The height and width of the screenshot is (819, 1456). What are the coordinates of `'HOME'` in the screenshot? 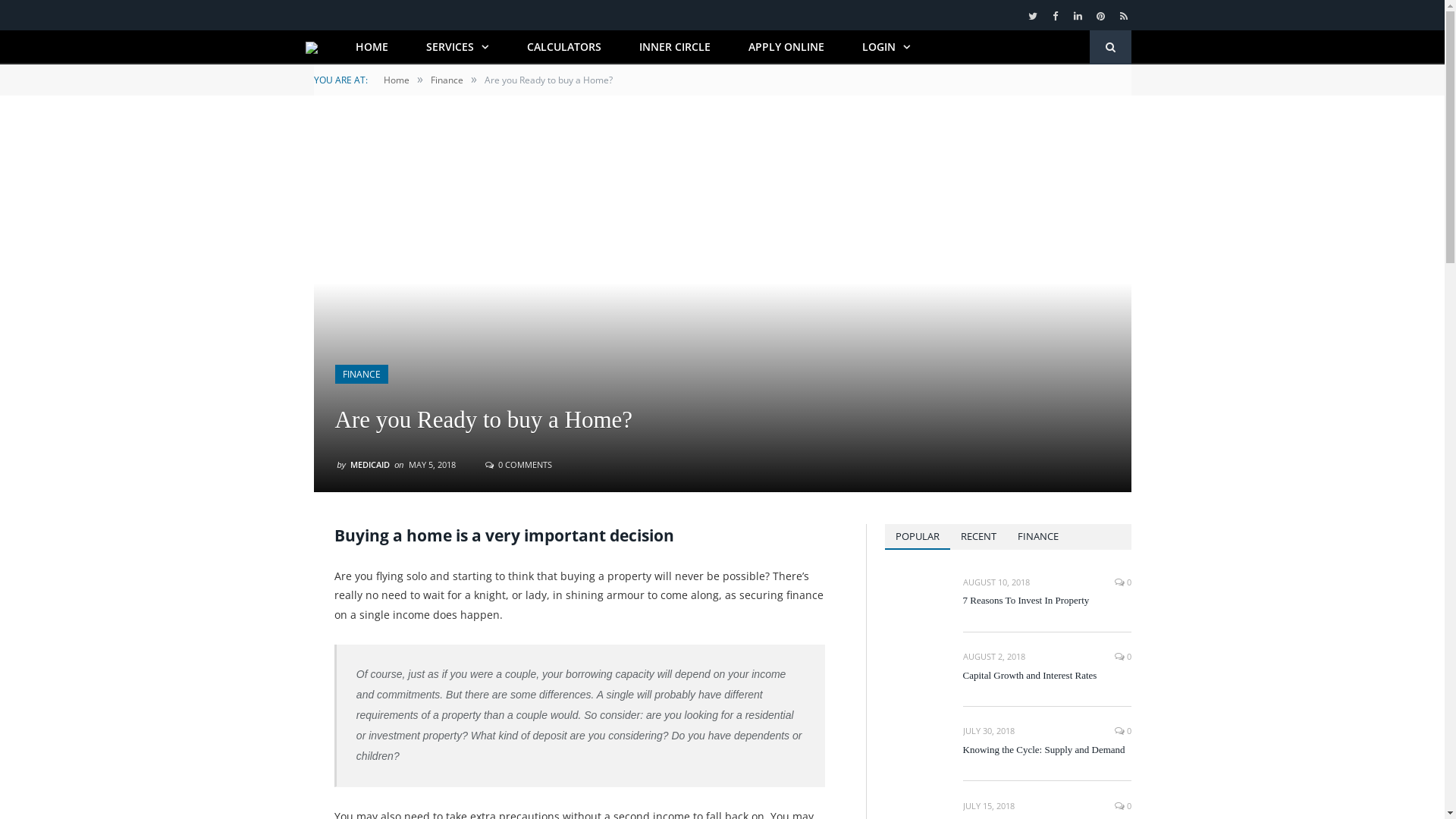 It's located at (372, 46).